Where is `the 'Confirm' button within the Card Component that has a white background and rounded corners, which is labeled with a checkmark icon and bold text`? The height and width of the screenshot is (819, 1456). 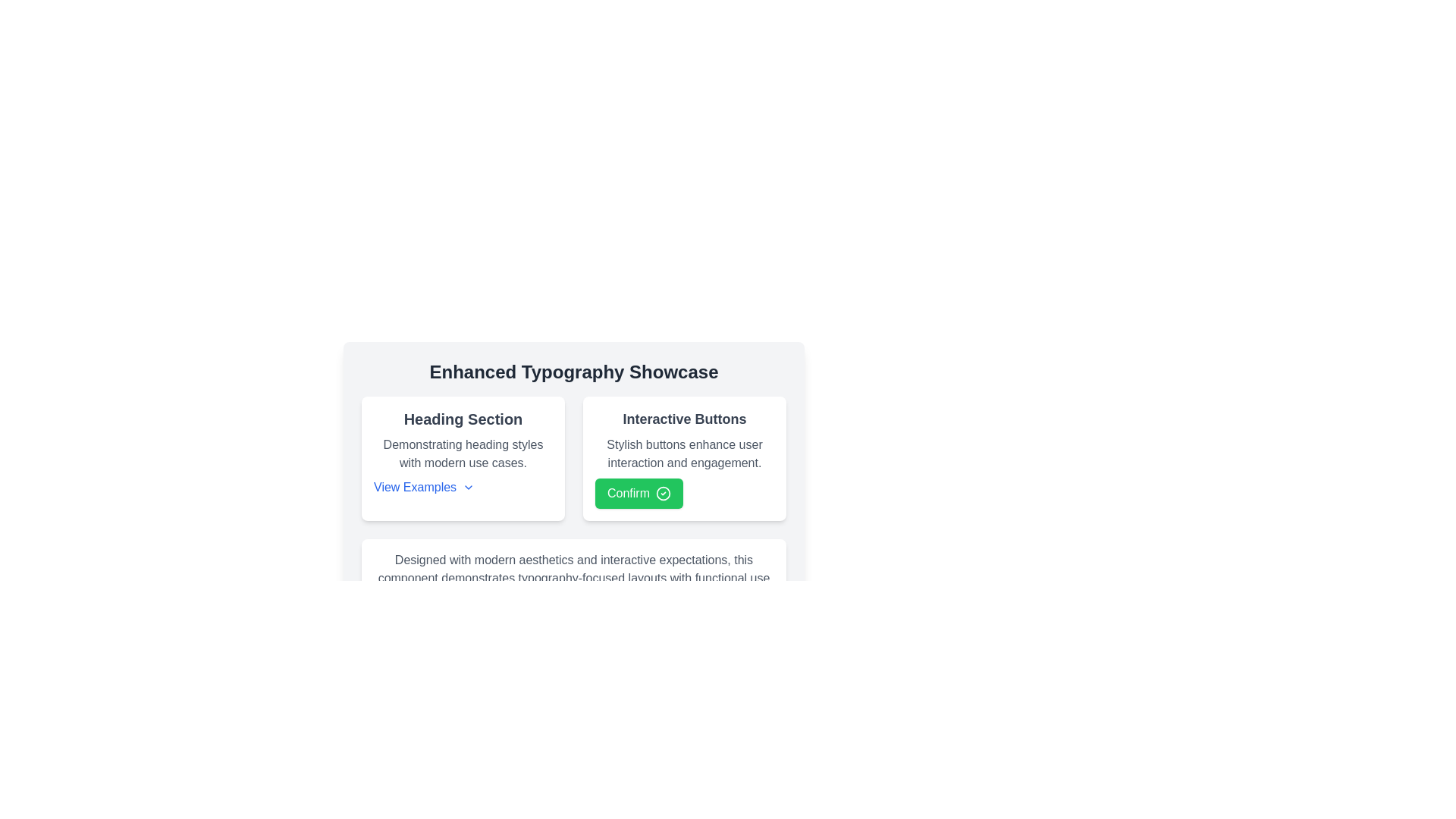
the 'Confirm' button within the Card Component that has a white background and rounded corners, which is labeled with a checkmark icon and bold text is located at coordinates (683, 458).